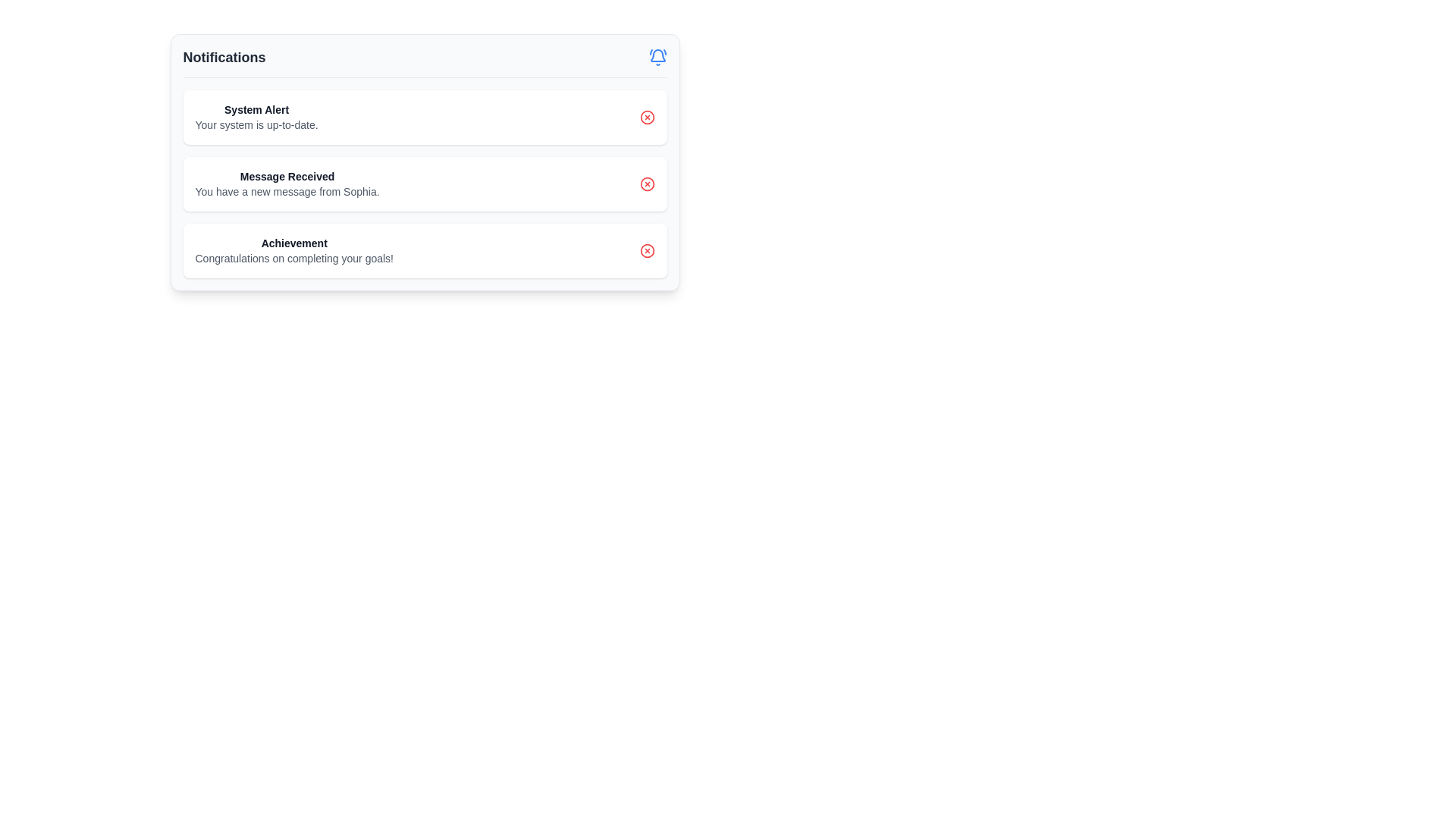 The image size is (1456, 819). What do you see at coordinates (256, 124) in the screenshot?
I see `text label that indicates the system is up-to-date, located beneath the 'System Alert' title in the notification card` at bounding box center [256, 124].